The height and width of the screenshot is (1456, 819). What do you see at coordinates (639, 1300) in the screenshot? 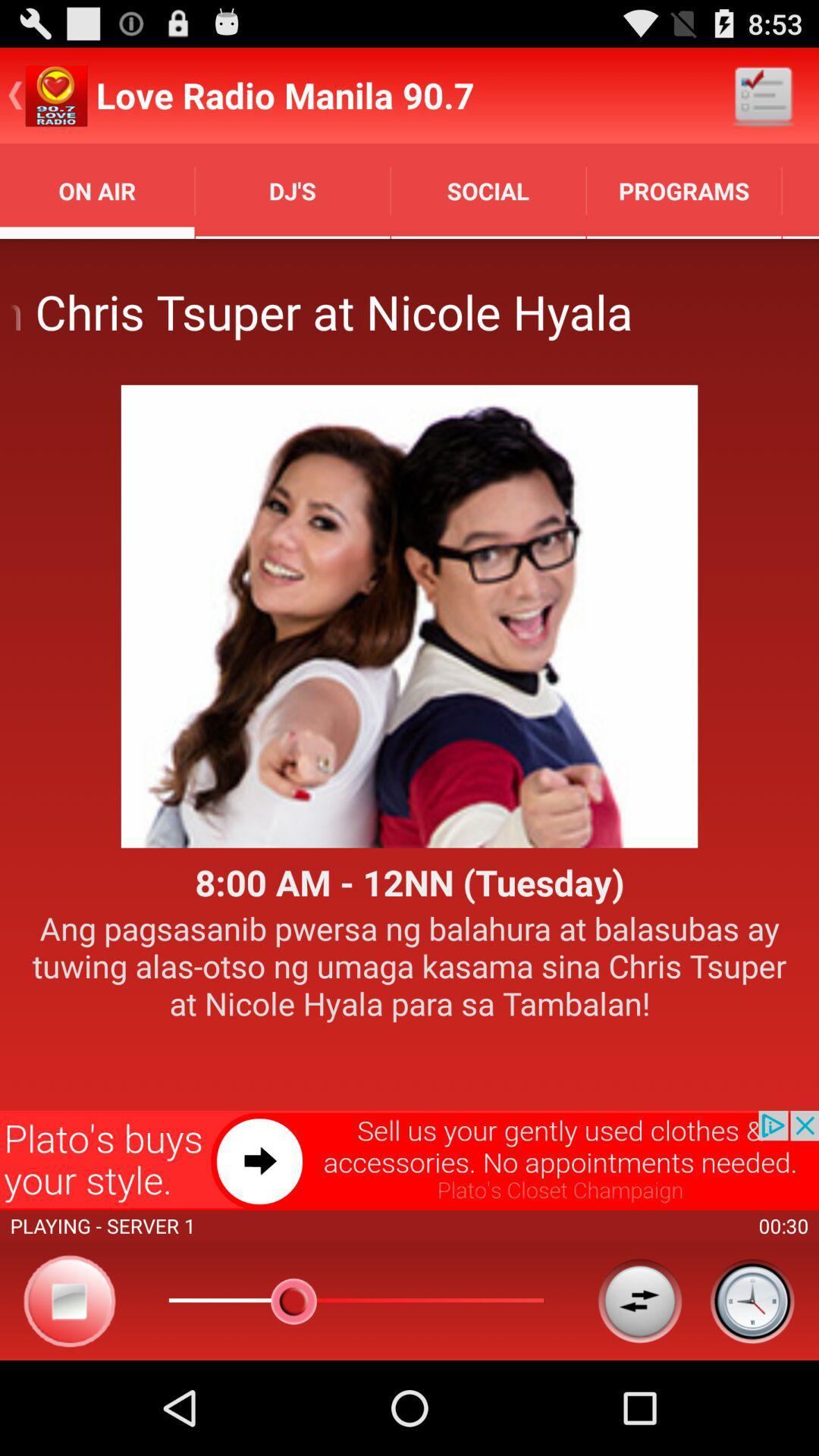
I see `click previous and next button` at bounding box center [639, 1300].